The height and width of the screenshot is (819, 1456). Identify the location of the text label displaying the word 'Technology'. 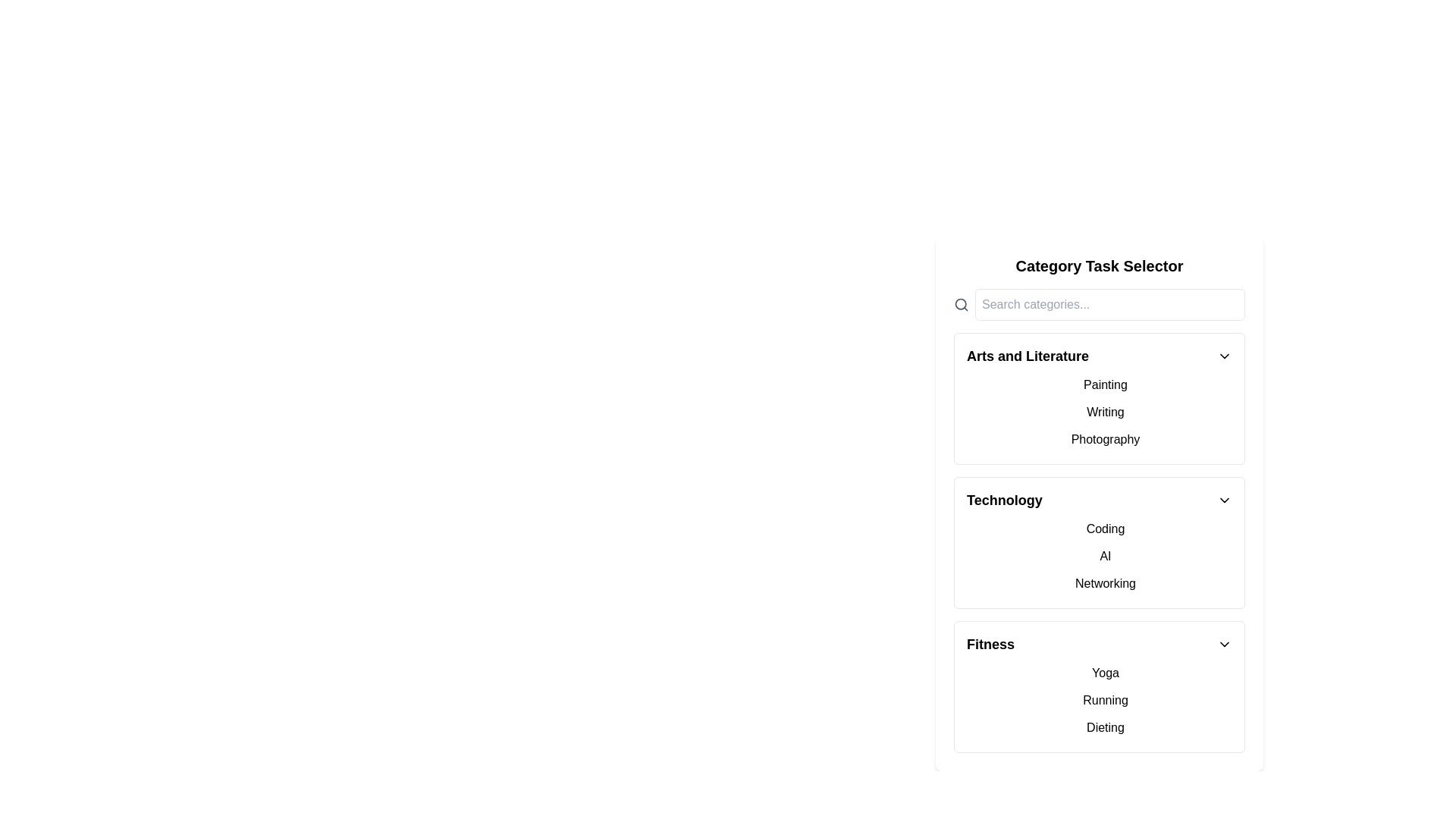
(1004, 500).